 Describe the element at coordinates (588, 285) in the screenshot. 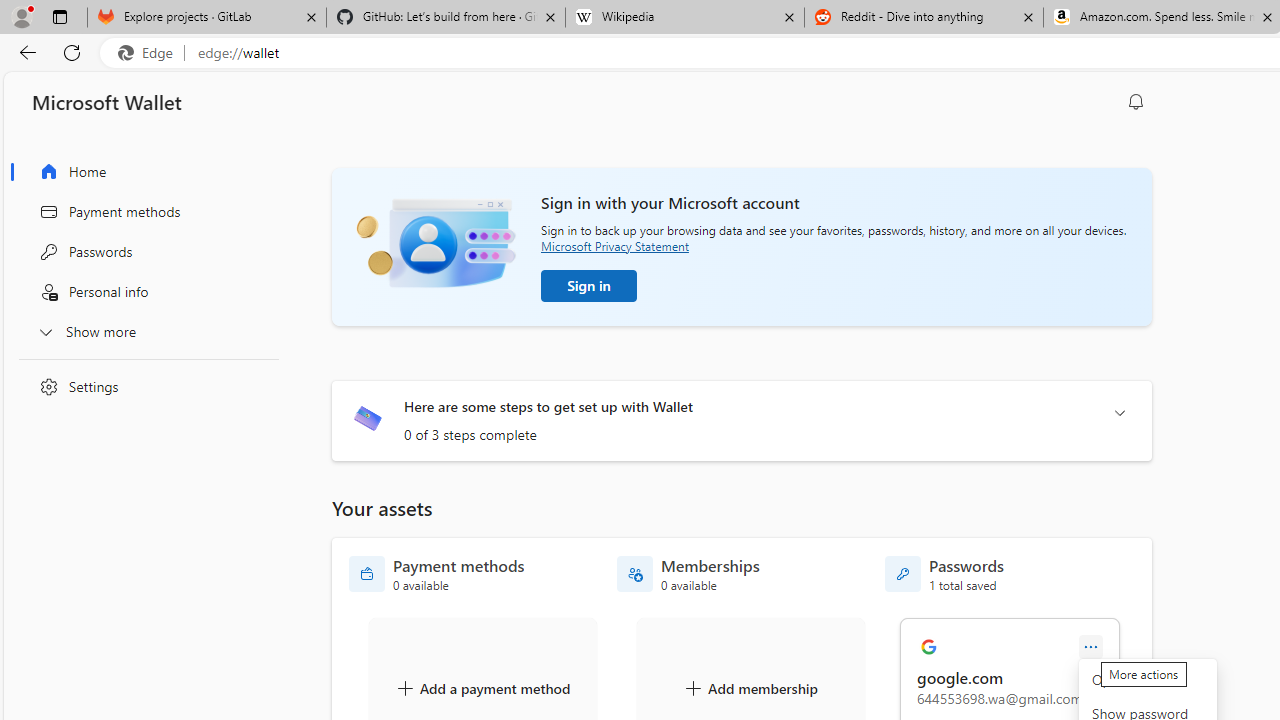

I see `'Sign in'` at that location.